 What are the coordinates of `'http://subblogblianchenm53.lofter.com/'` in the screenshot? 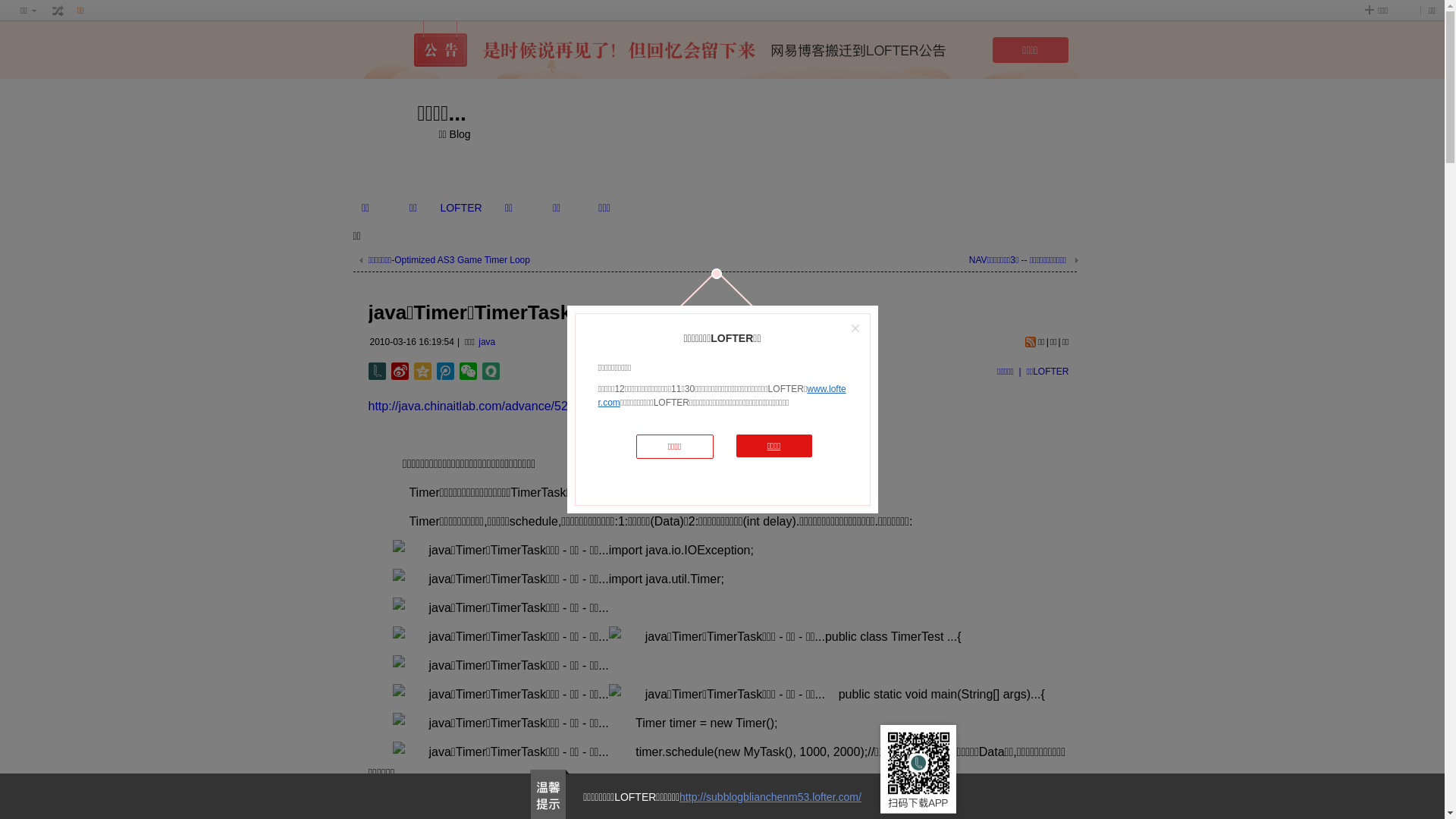 It's located at (770, 795).